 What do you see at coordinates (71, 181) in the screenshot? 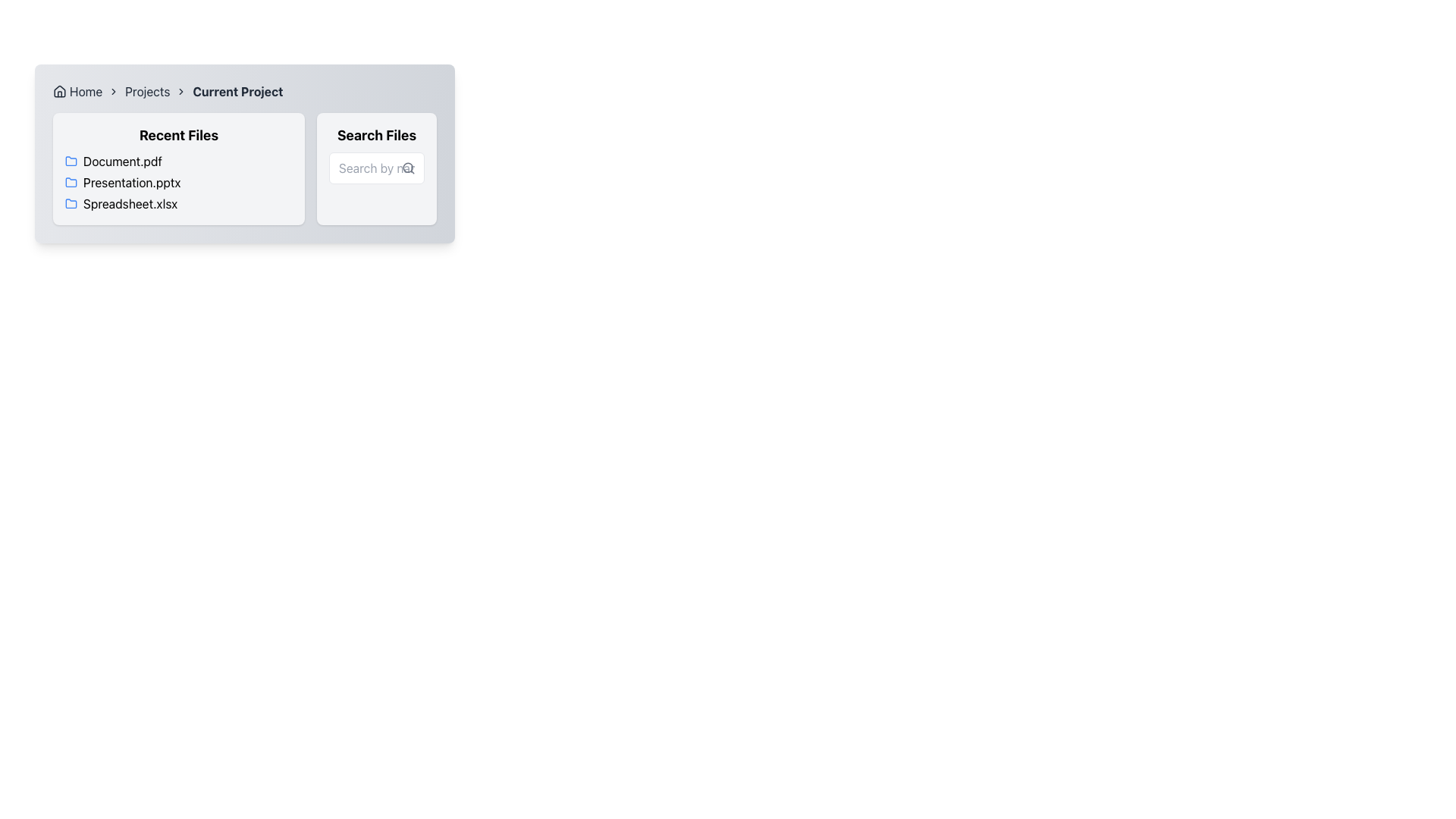
I see `the small folder icon with a blue outline located next to the 'Presentation.pptx' filename text in the 'Recent Files' section` at bounding box center [71, 181].